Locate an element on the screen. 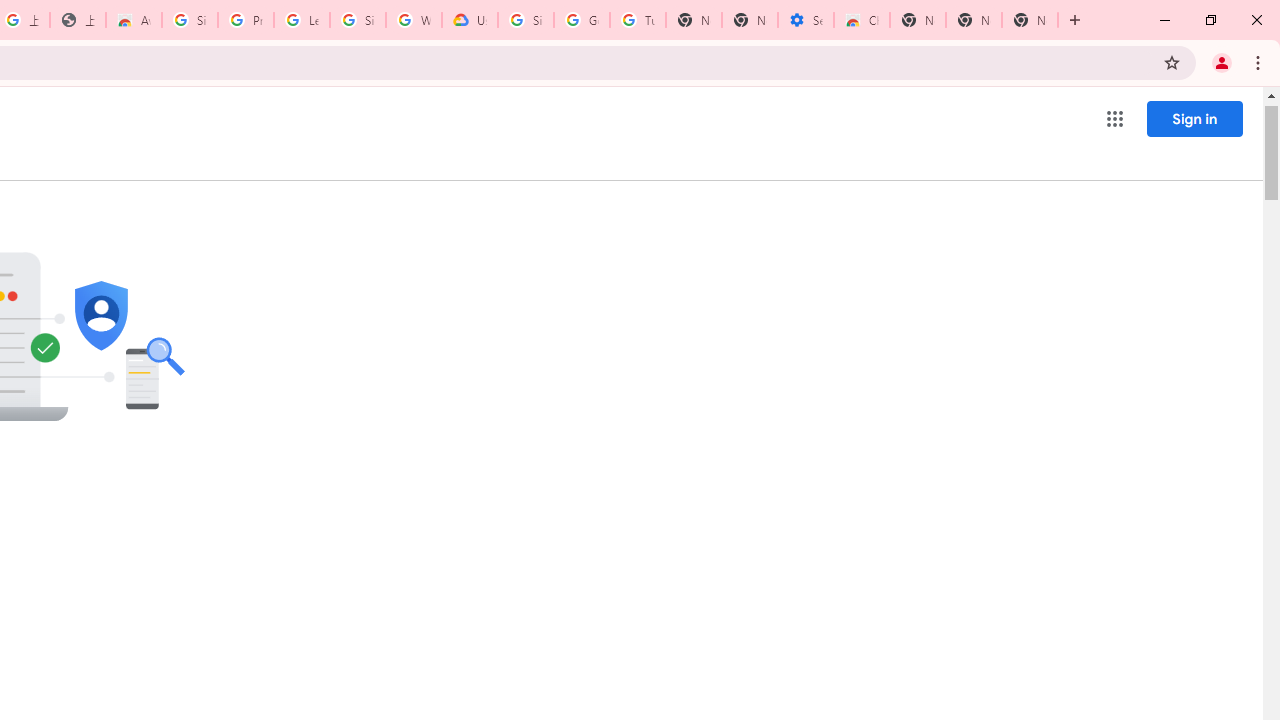 The image size is (1280, 720). 'Settings - Accessibility' is located at coordinates (806, 20).